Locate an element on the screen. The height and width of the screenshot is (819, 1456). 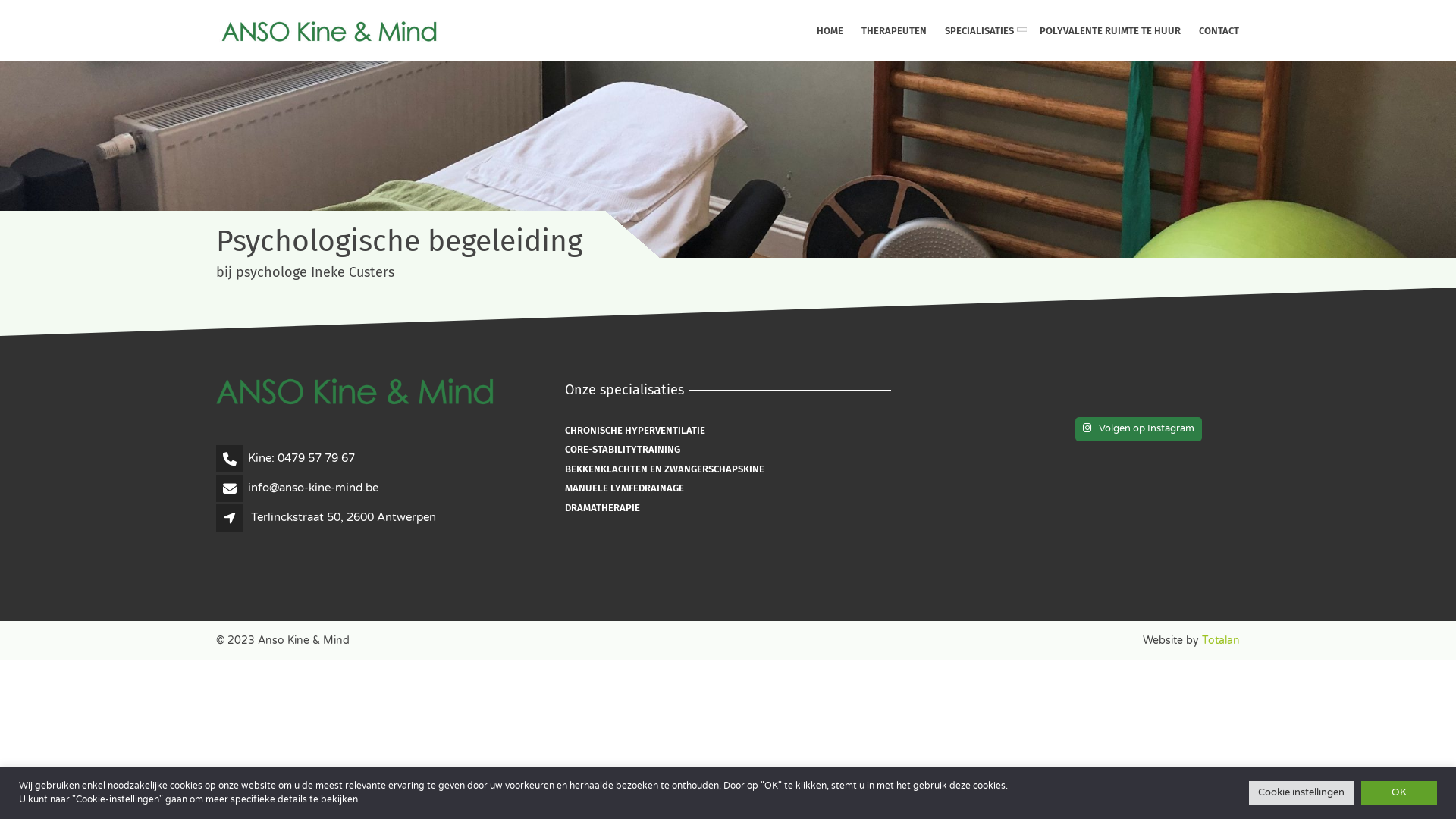
'info@anso-kine-mind.be' is located at coordinates (312, 488).